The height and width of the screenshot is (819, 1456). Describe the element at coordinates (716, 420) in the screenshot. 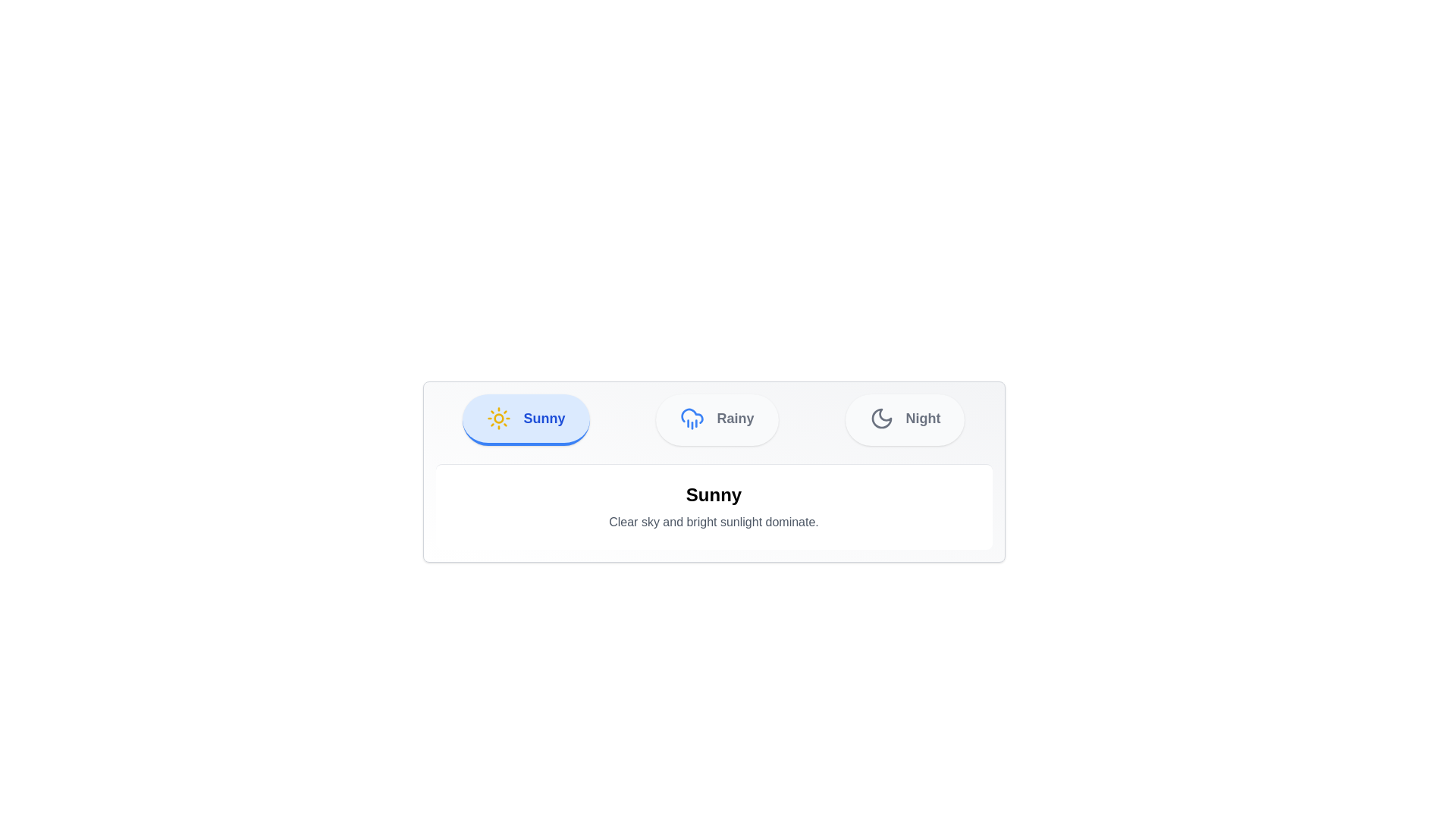

I see `the Rainy tab to switch the view` at that location.